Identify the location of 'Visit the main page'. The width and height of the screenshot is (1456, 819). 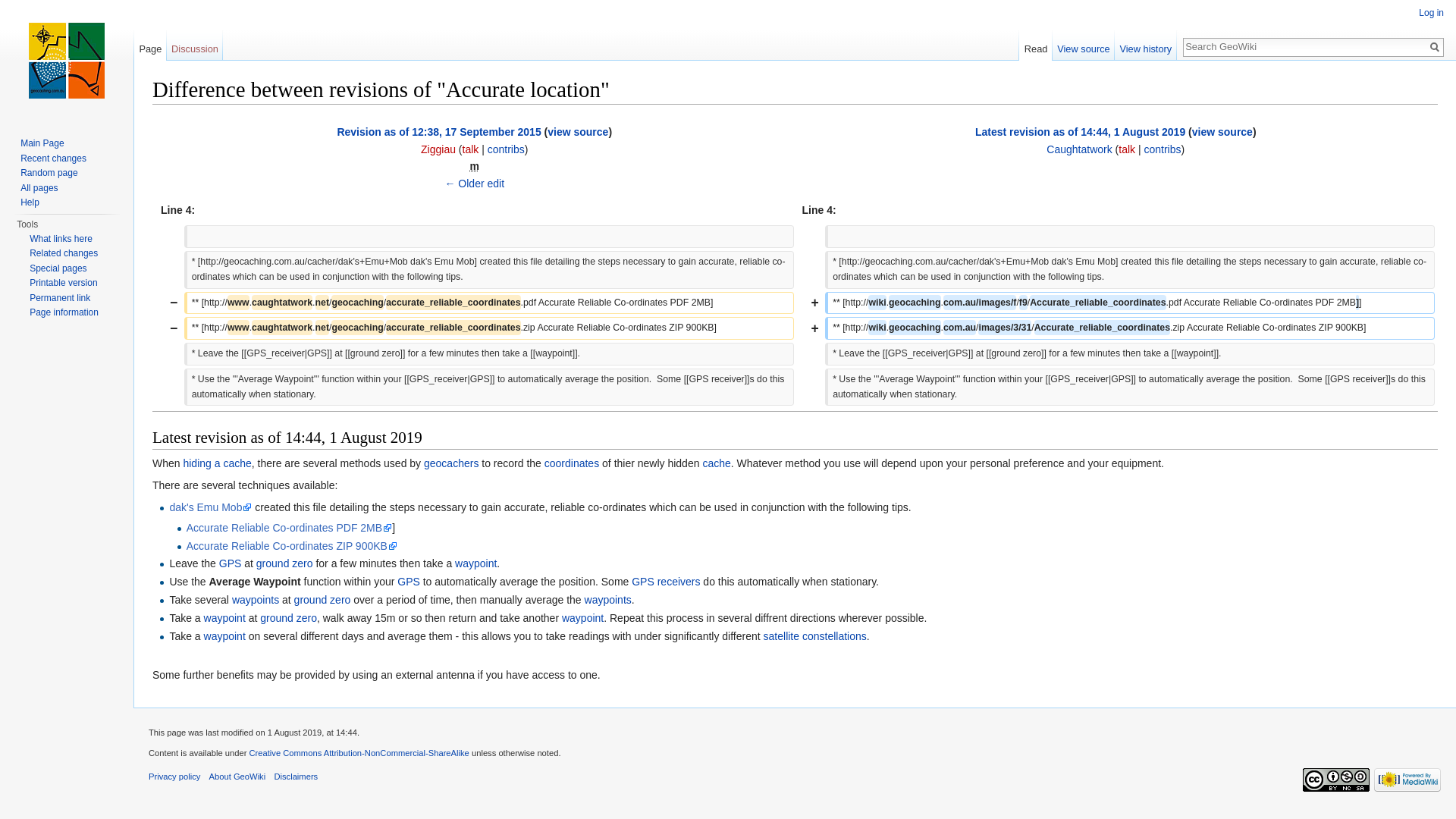
(65, 60).